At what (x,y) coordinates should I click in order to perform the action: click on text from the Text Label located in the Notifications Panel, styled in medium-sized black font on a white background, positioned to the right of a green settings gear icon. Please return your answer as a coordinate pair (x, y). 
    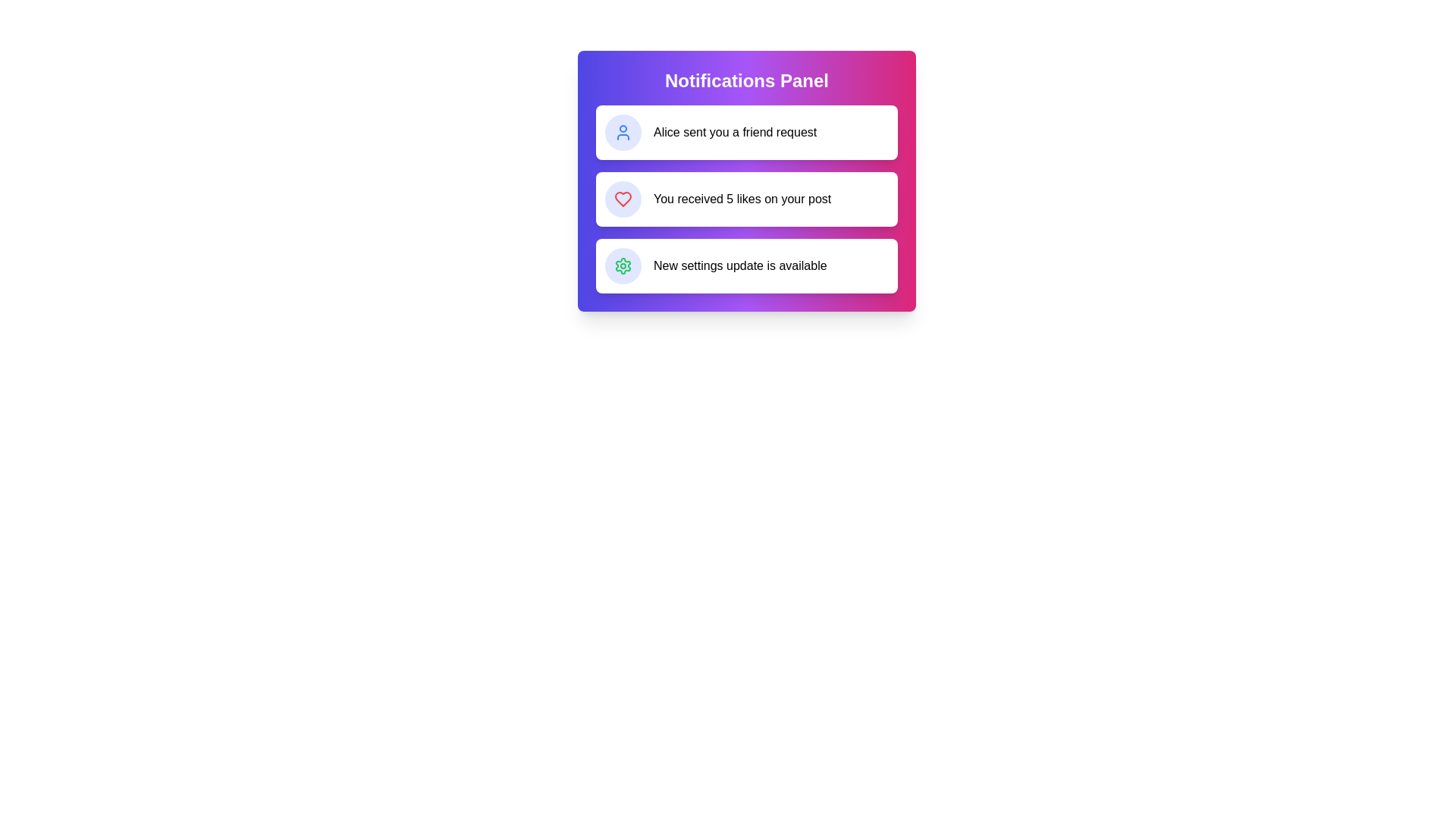
    Looking at the image, I should click on (740, 265).